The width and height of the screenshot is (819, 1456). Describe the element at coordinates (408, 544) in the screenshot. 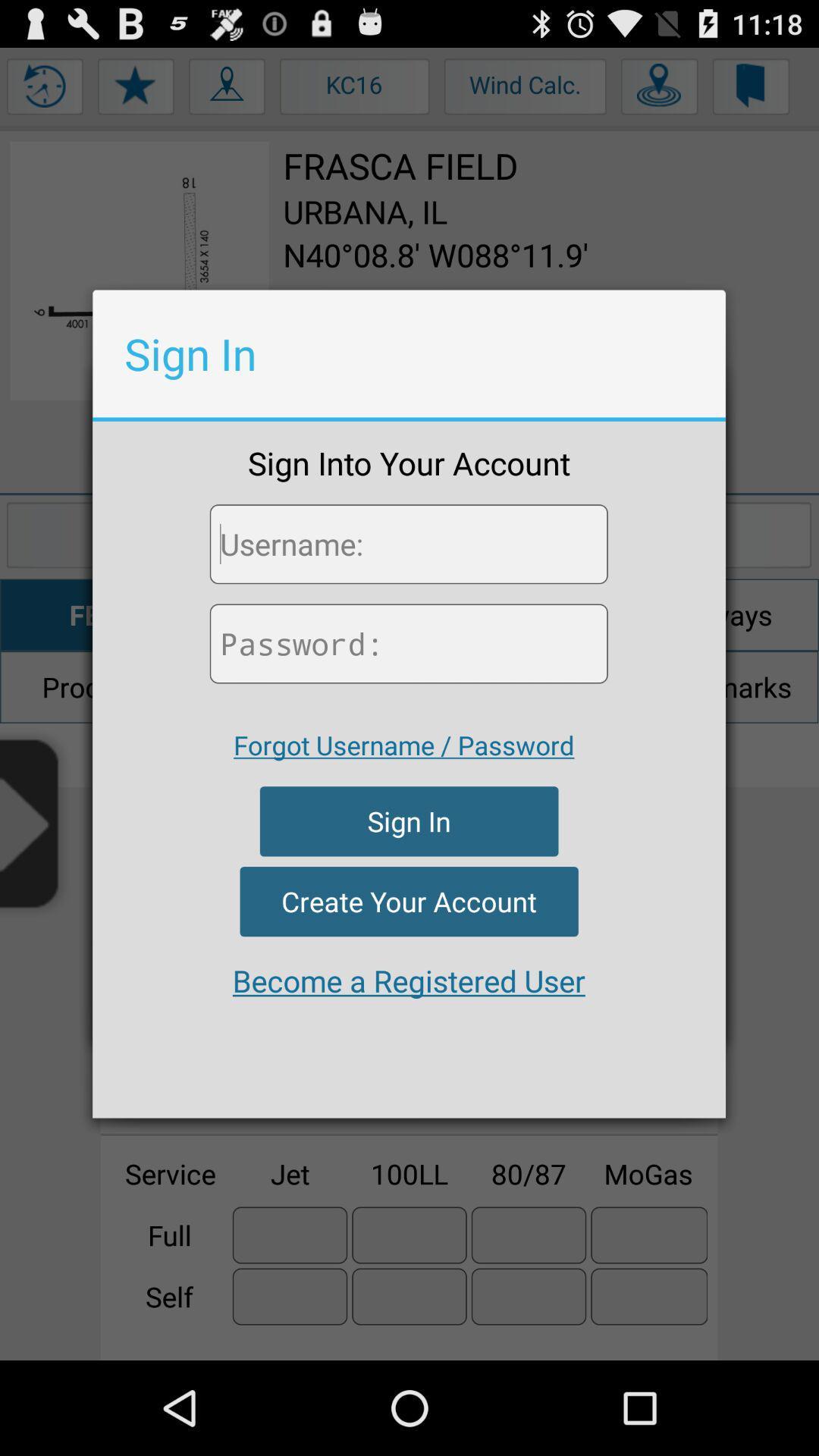

I see `username` at that location.